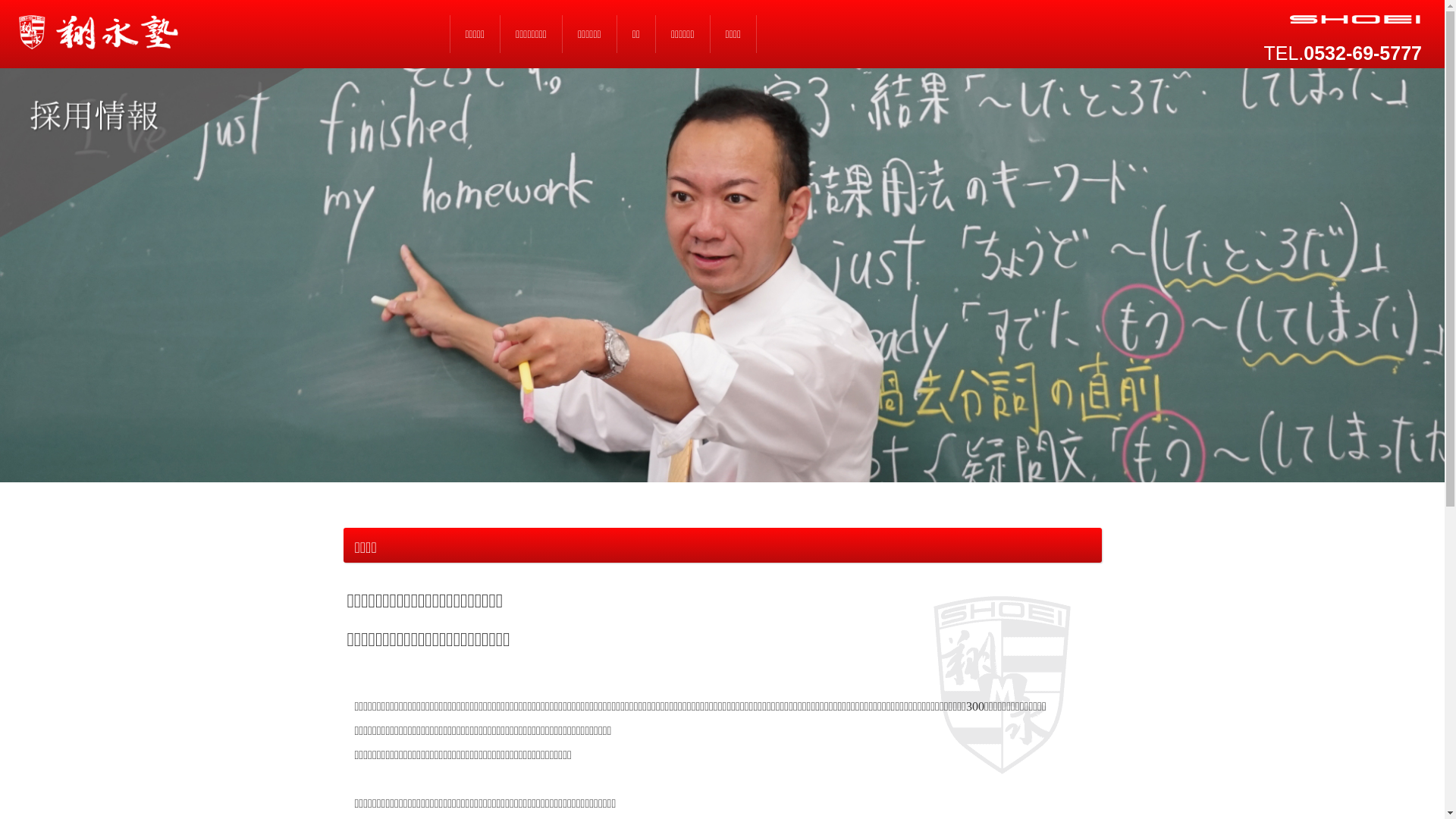 The height and width of the screenshot is (819, 1456). I want to click on '0532-69-5777', so click(1362, 52).